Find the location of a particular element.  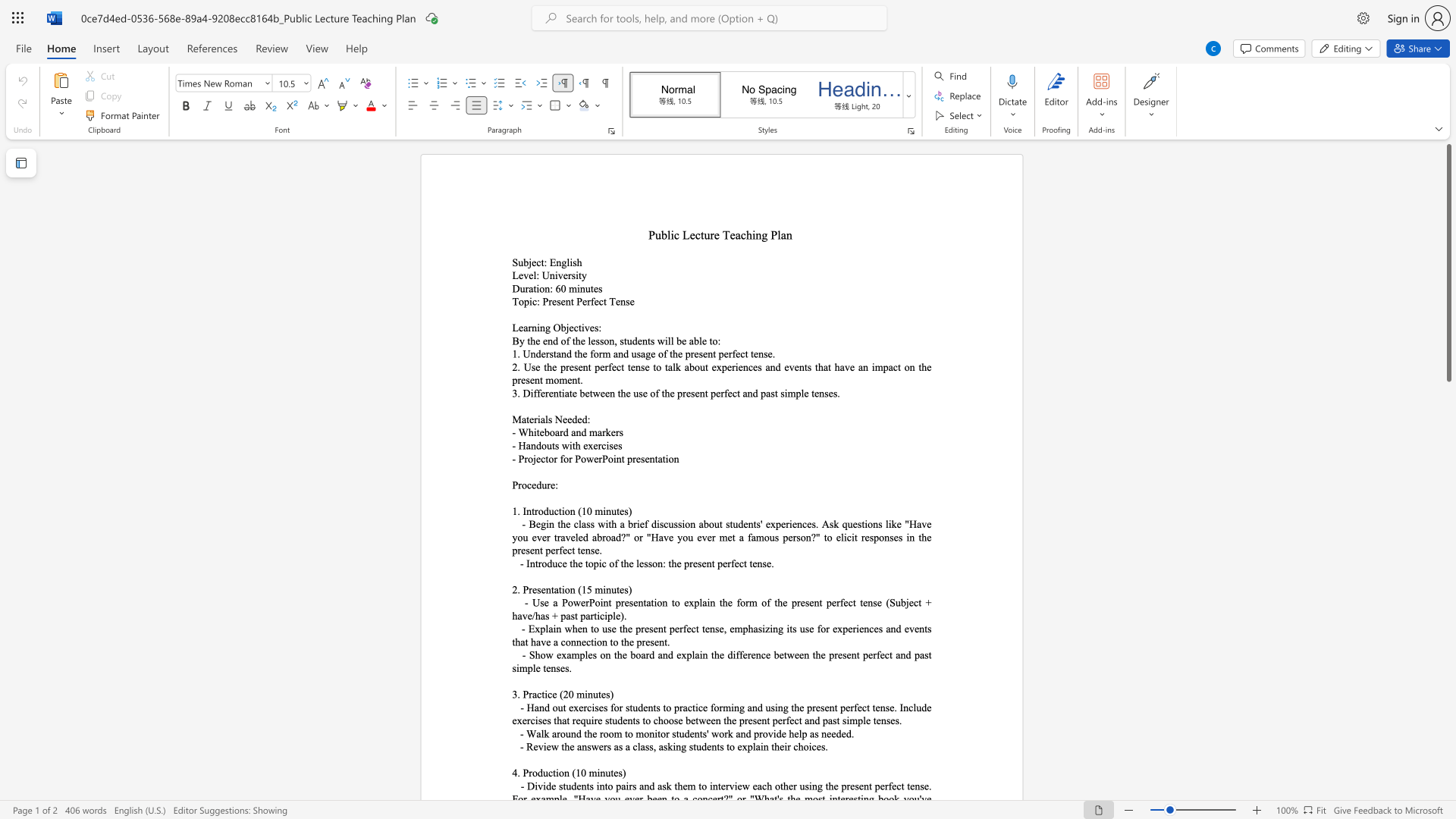

the 1th character "t" in the text is located at coordinates (579, 327).